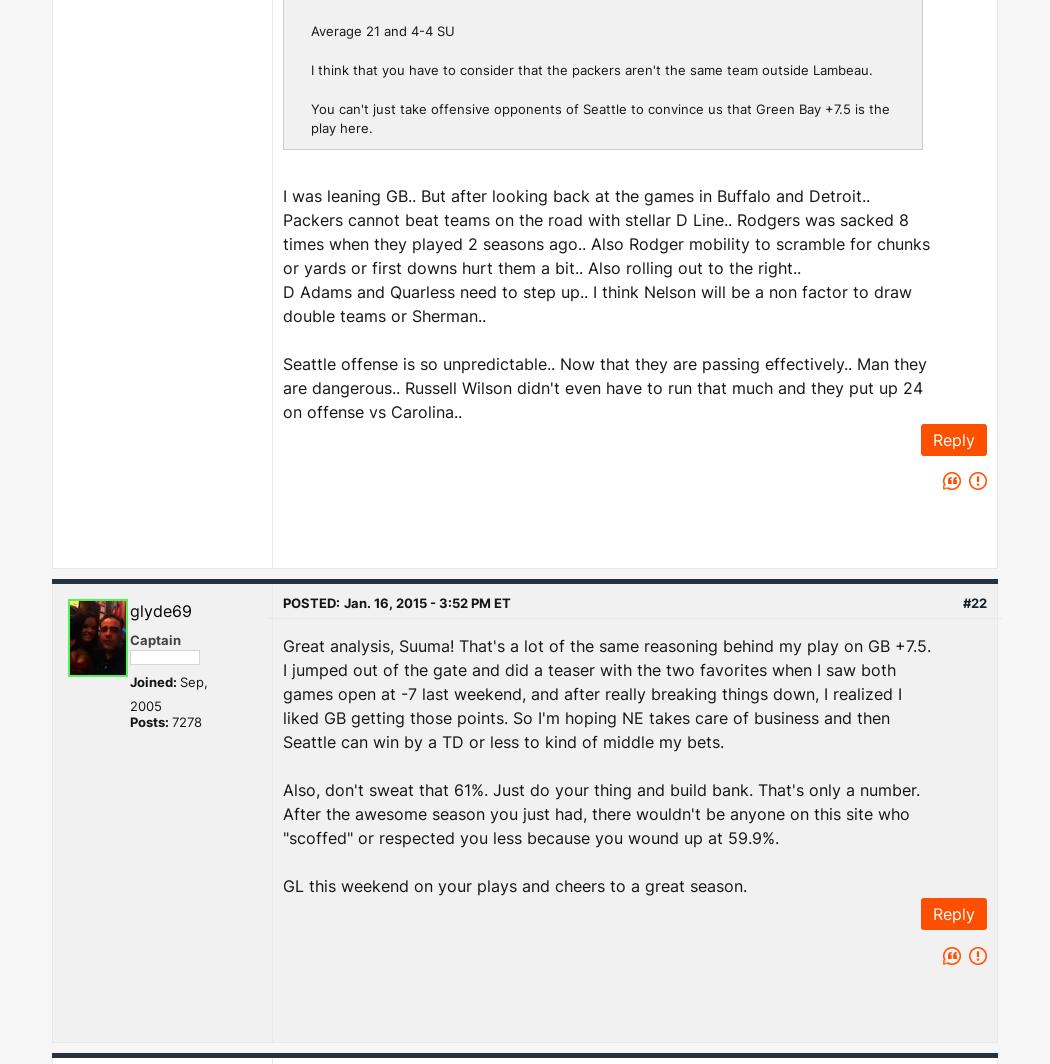 The width and height of the screenshot is (1050, 1064). What do you see at coordinates (311, 602) in the screenshot?
I see `'Posted:'` at bounding box center [311, 602].